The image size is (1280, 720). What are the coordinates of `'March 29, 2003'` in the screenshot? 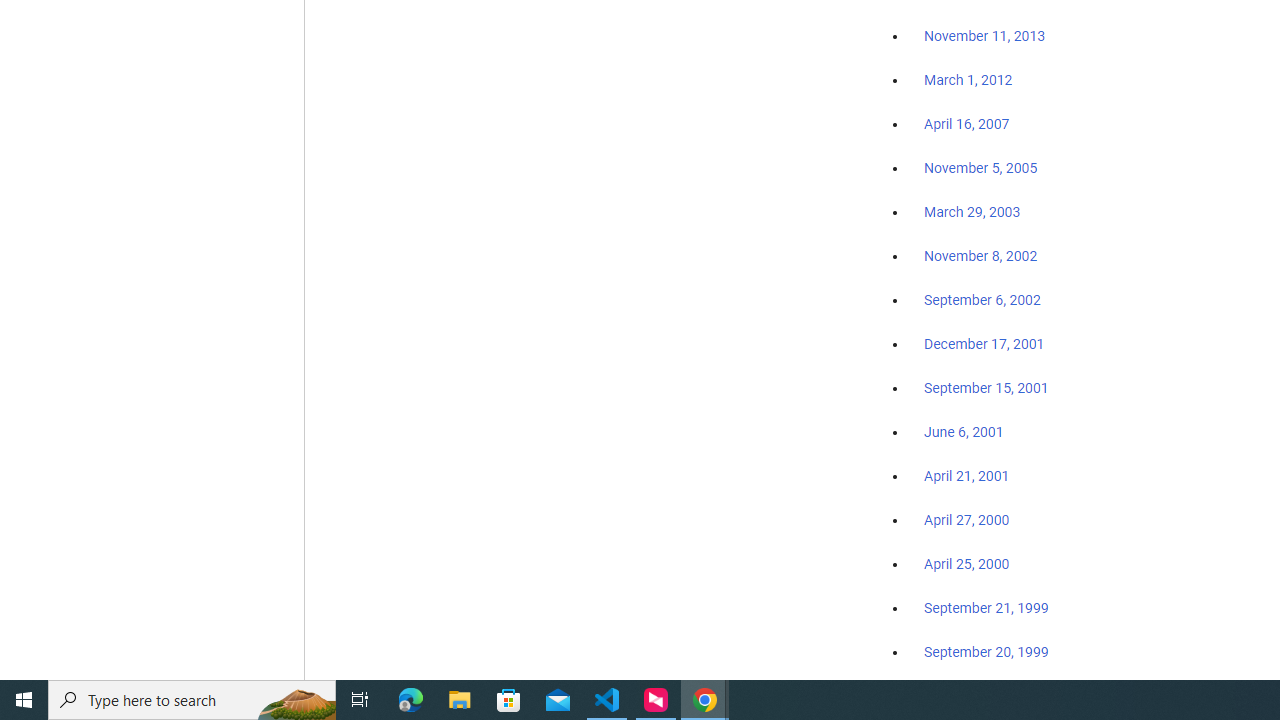 It's located at (972, 212).